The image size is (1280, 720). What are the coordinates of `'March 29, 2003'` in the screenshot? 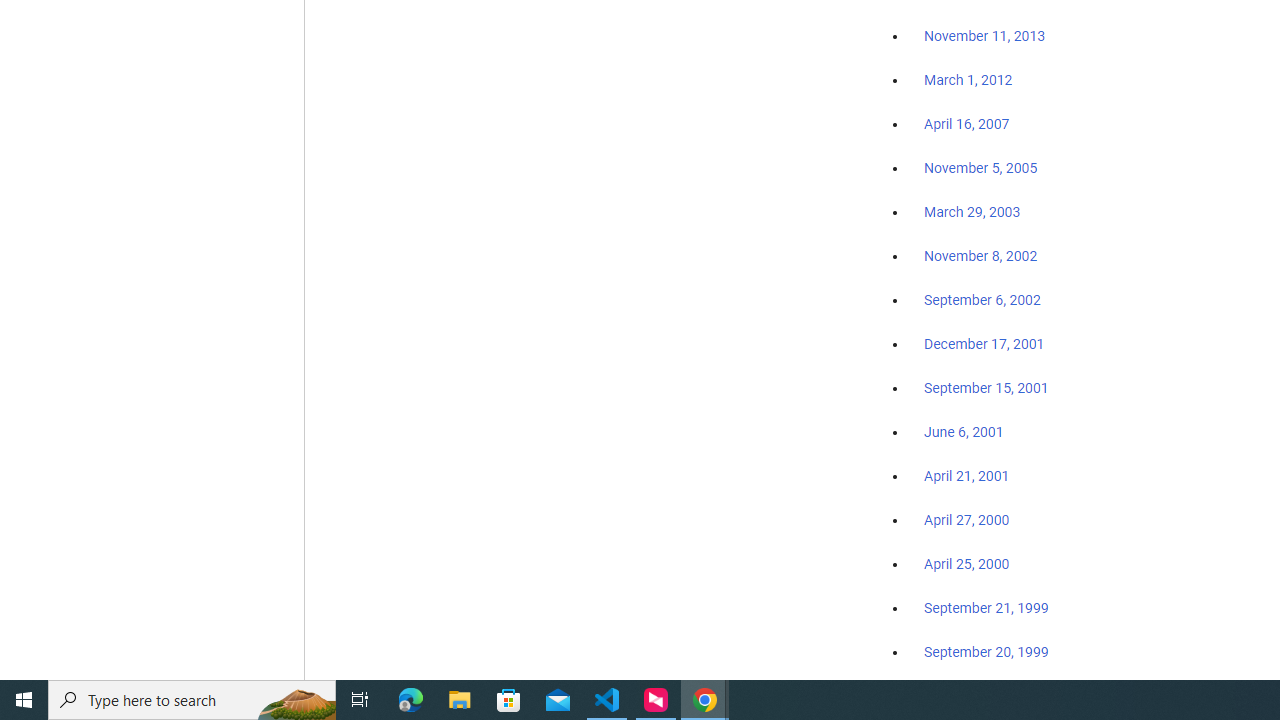 It's located at (972, 212).